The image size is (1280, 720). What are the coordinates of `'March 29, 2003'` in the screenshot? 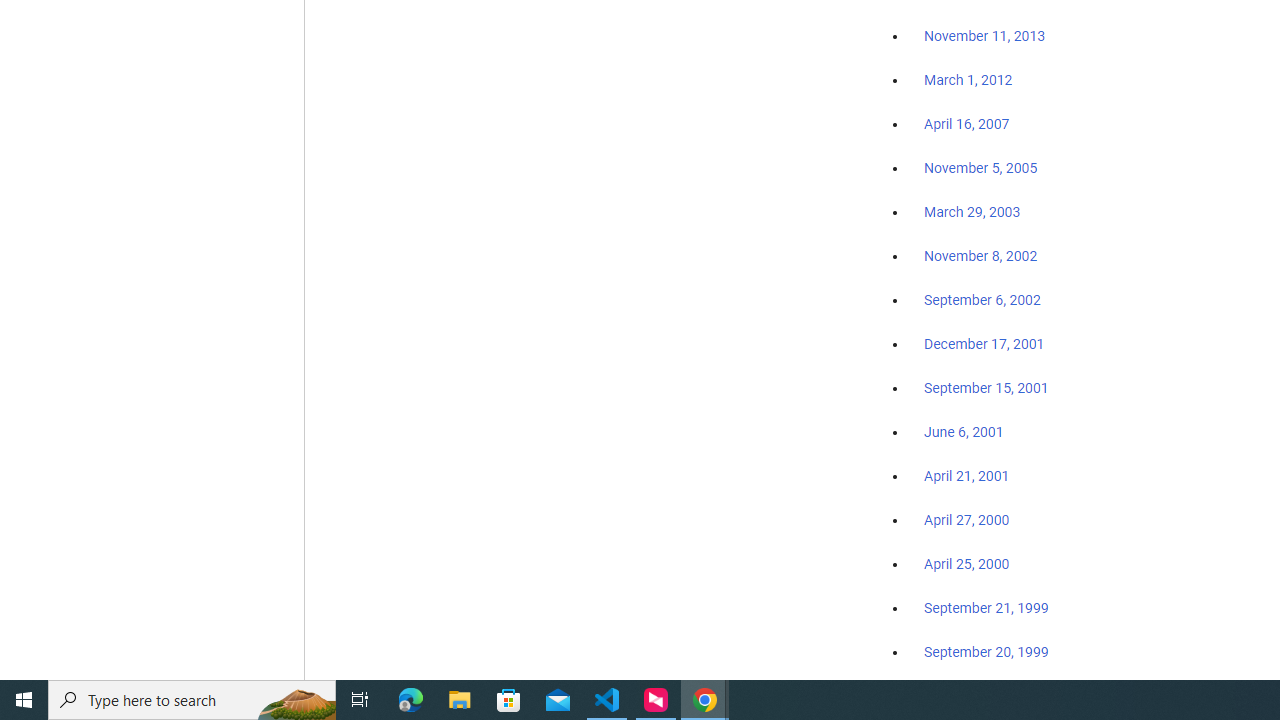 It's located at (972, 212).